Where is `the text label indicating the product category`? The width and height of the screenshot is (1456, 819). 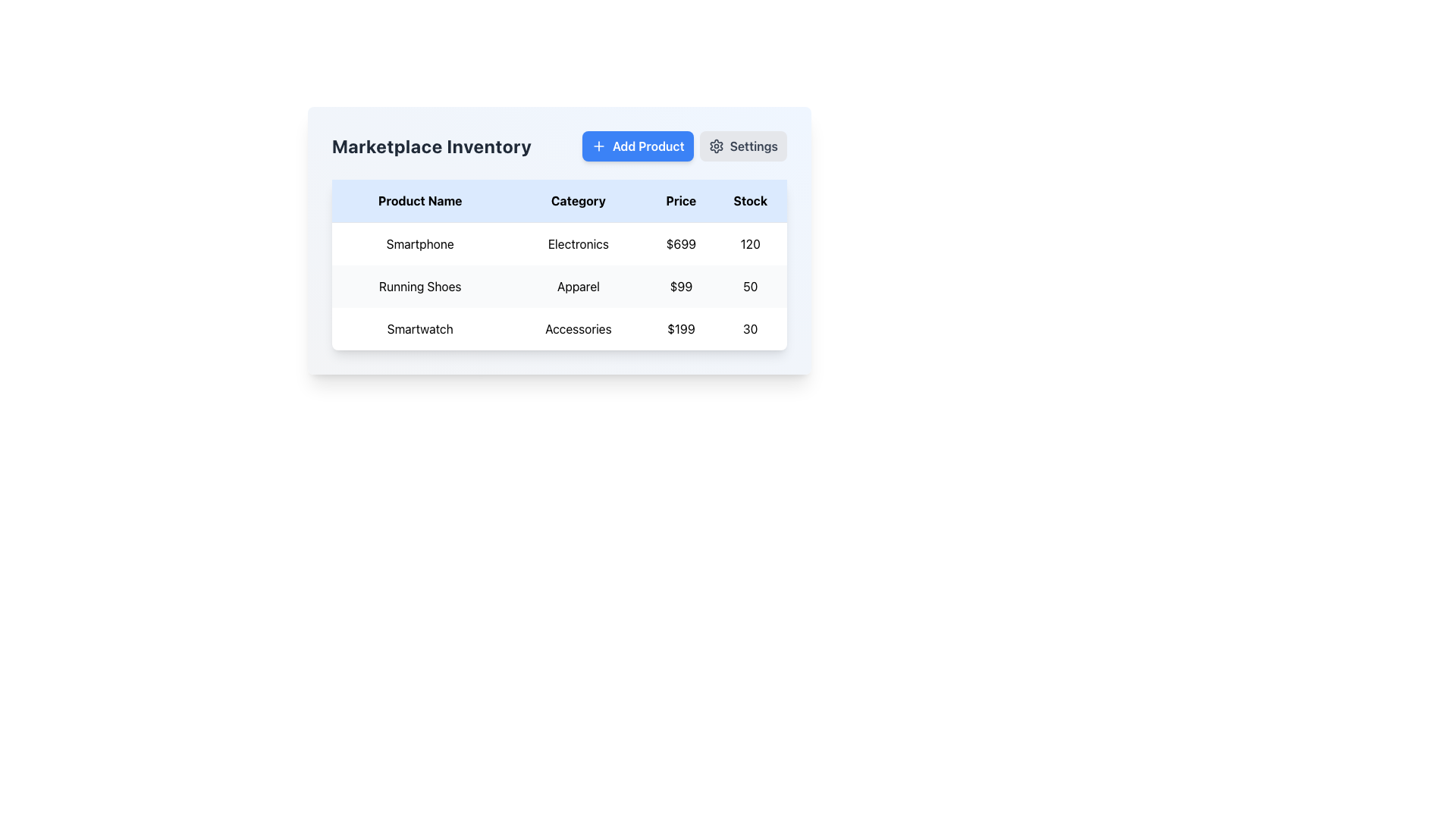 the text label indicating the product category is located at coordinates (577, 328).